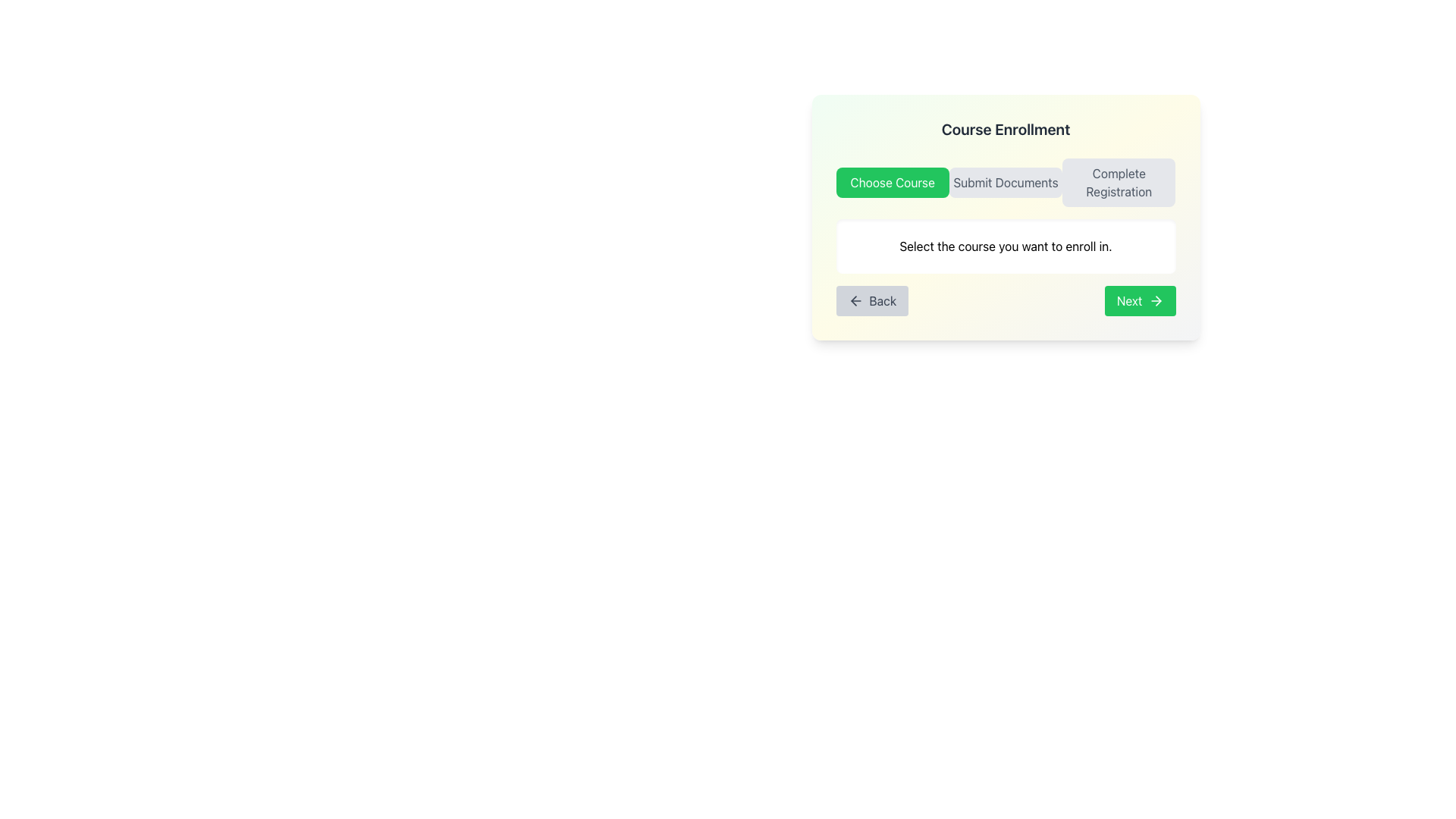 This screenshot has height=819, width=1456. What do you see at coordinates (1157, 301) in the screenshot?
I see `the 'Next' button which contains the arrowhead icon for visual feedback` at bounding box center [1157, 301].